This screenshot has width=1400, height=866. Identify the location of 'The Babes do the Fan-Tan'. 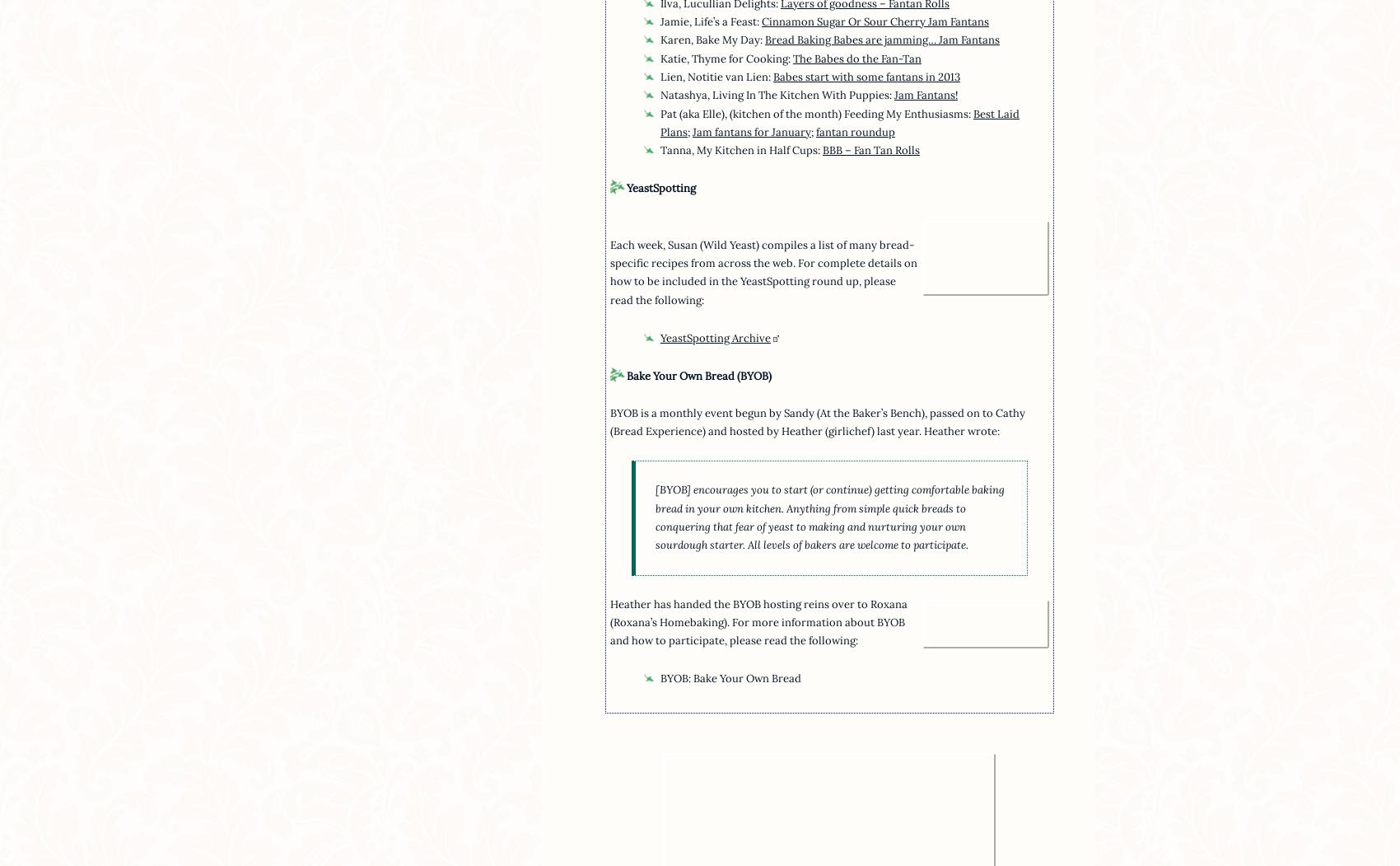
(856, 57).